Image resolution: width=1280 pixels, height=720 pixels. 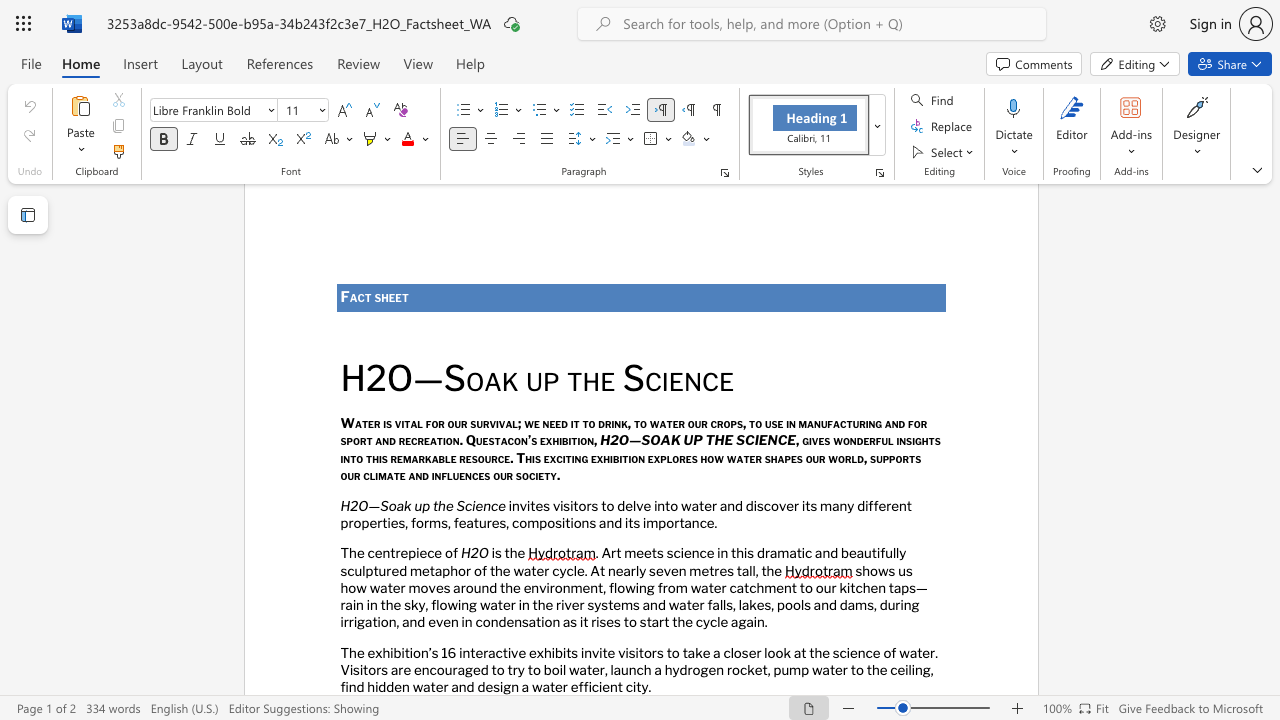 What do you see at coordinates (687, 652) in the screenshot?
I see `the subset text "ake a closer look at the science of water. Visitors are encouraged to try to boil water, launch a hydrogen rocket, pump water to the ceiling, find hidden water and design a water effici" within the text "The exhibition’s 16 interactive exhibits invite visitors to take a closer look at the science of water. Visitors are encouraged to try to boil water, launch a hydrogen rocket, pump water to the ceiling, find hidden water and design a water efficient city."` at bounding box center [687, 652].